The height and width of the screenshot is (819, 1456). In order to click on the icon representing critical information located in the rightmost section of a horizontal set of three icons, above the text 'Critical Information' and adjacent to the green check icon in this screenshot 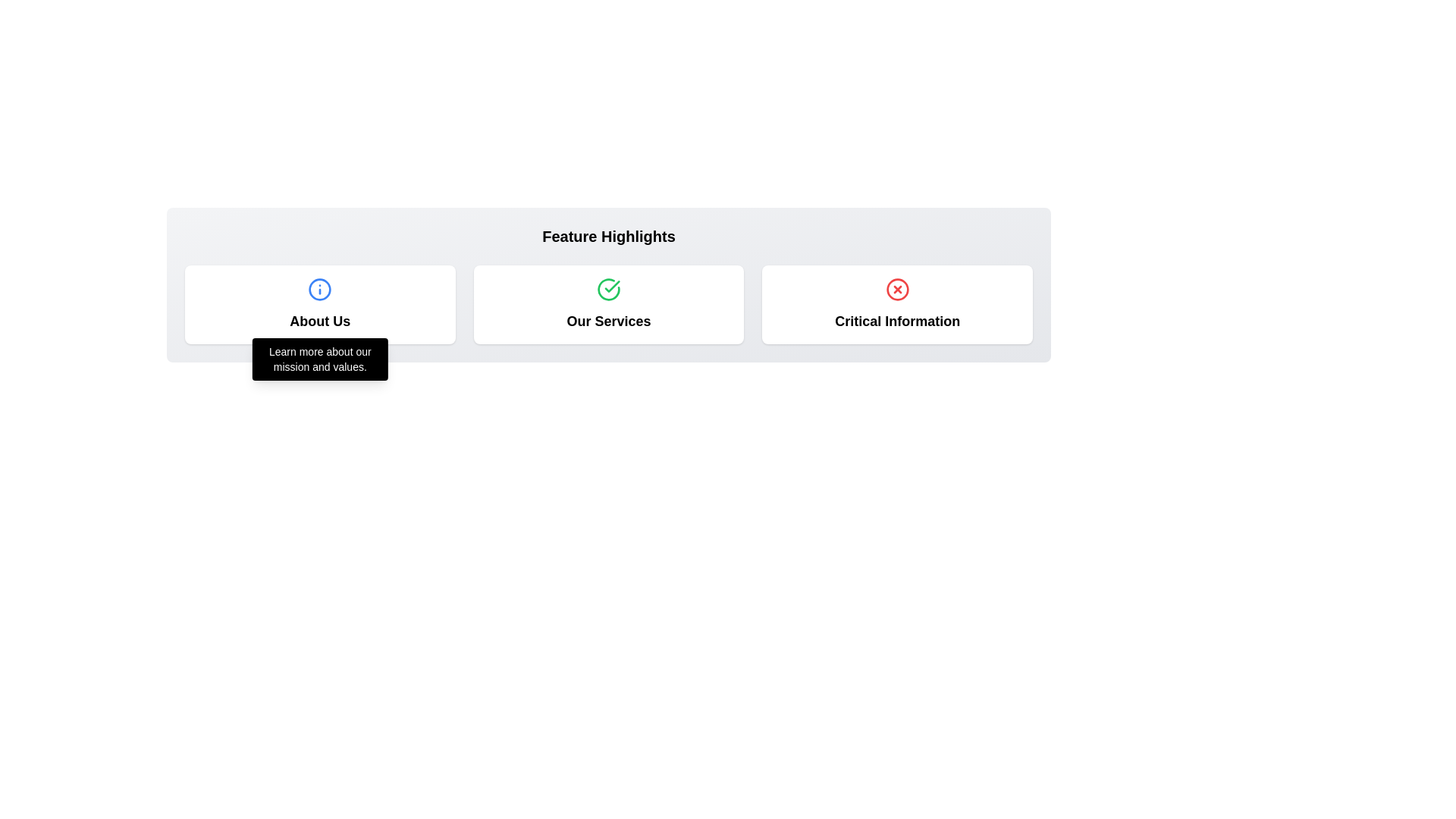, I will do `click(897, 289)`.